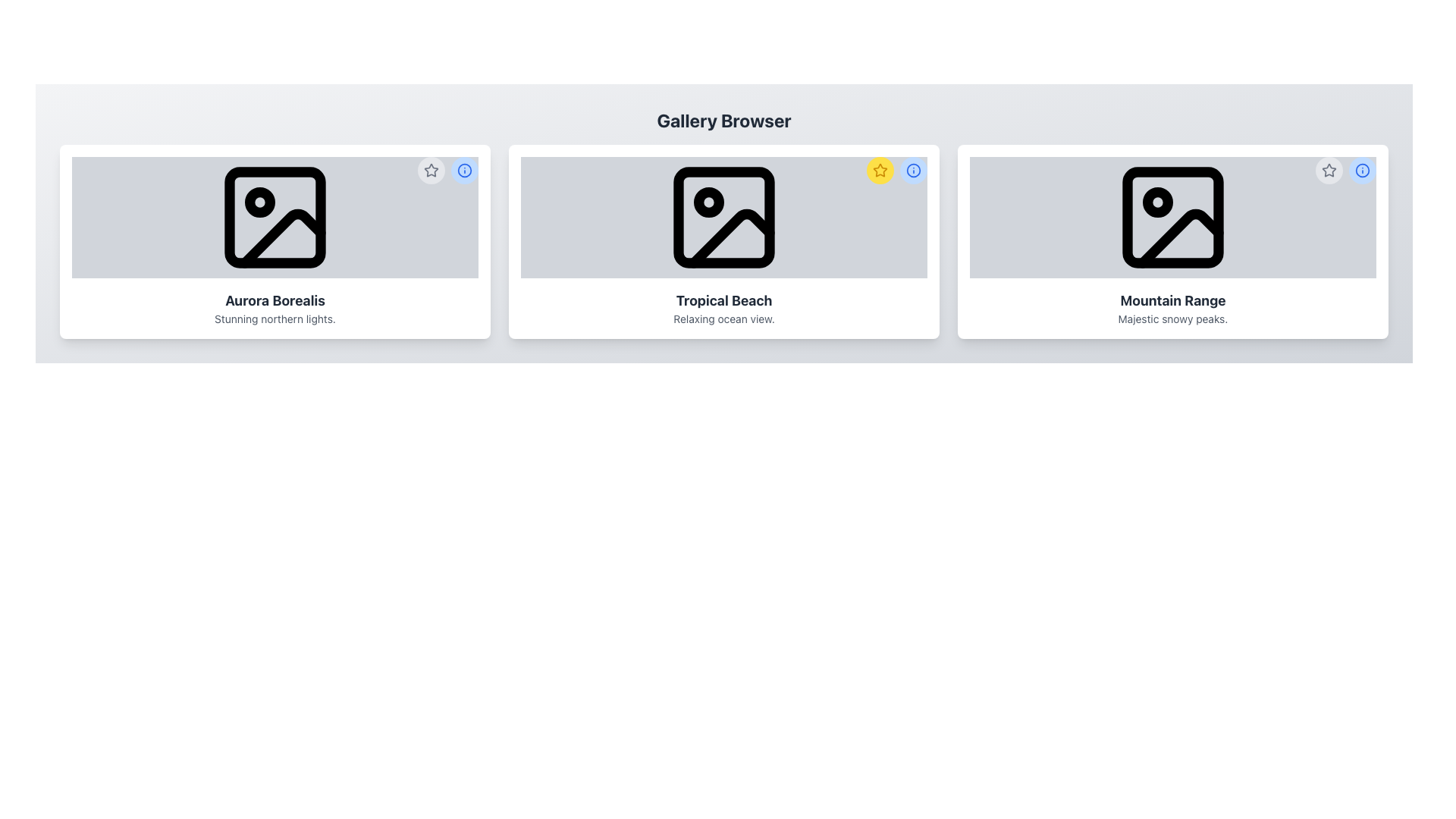  What do you see at coordinates (1362, 170) in the screenshot?
I see `the circular blue SVG icon located in the top-right region of the third image card under the heading 'Mountain Range.'` at bounding box center [1362, 170].